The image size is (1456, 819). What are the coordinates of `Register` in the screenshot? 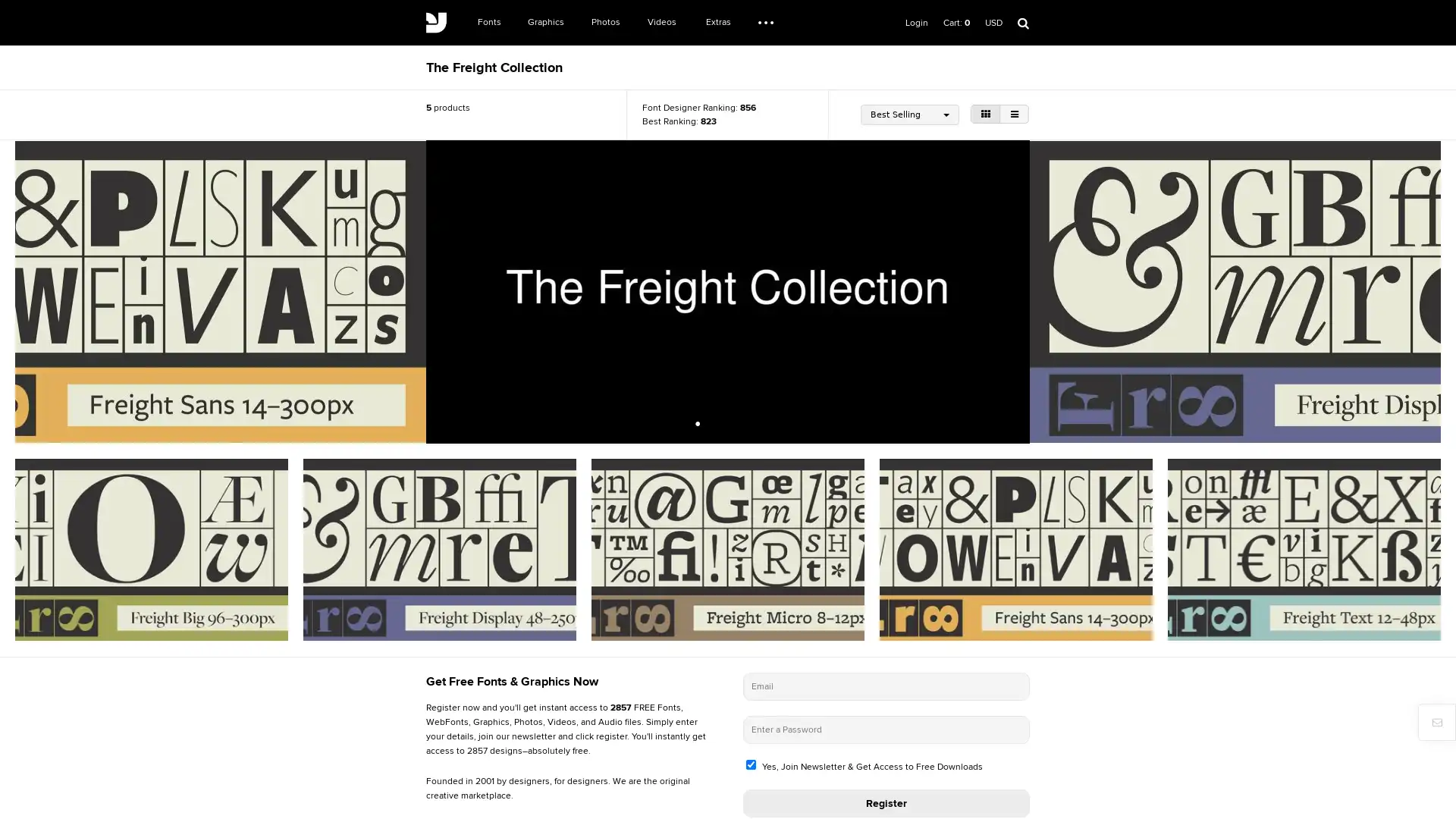 It's located at (886, 802).